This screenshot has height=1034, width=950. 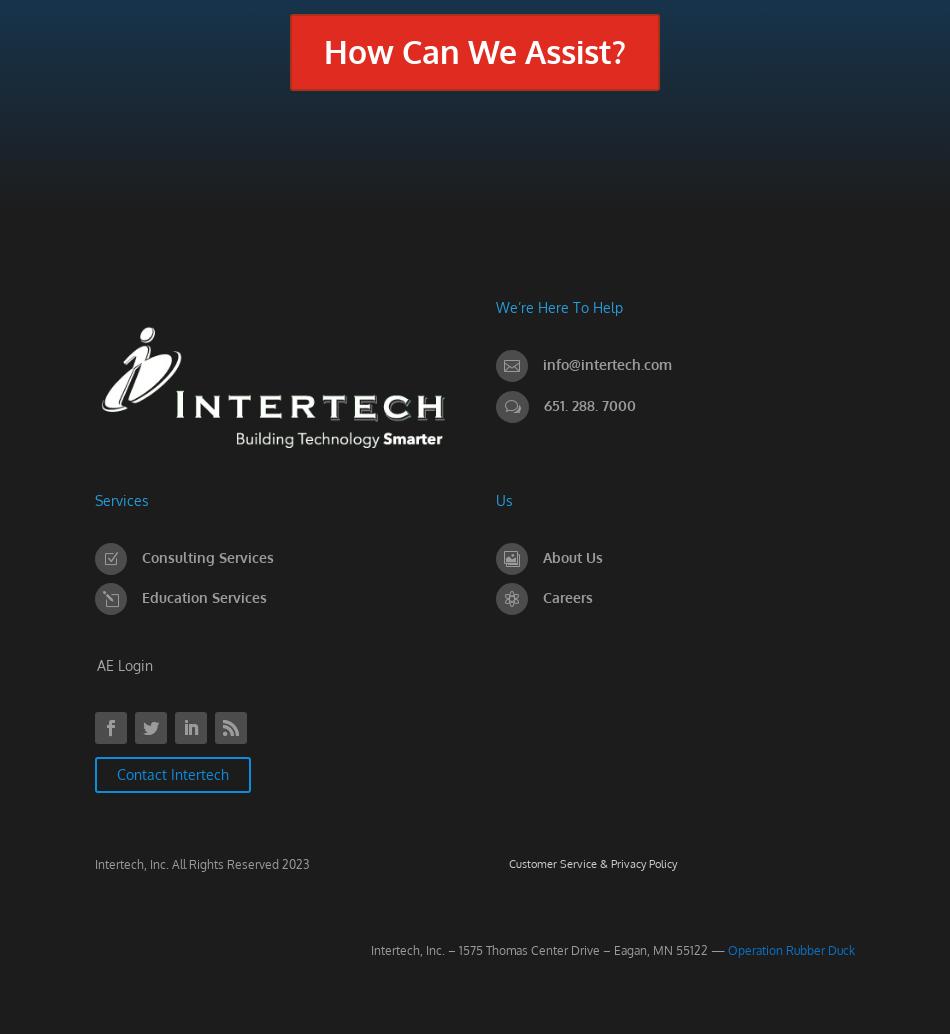 I want to click on 'Intertech, Inc. – 1575 Thomas Center Drive – Eagan, MN 55122 —', so click(x=549, y=949).